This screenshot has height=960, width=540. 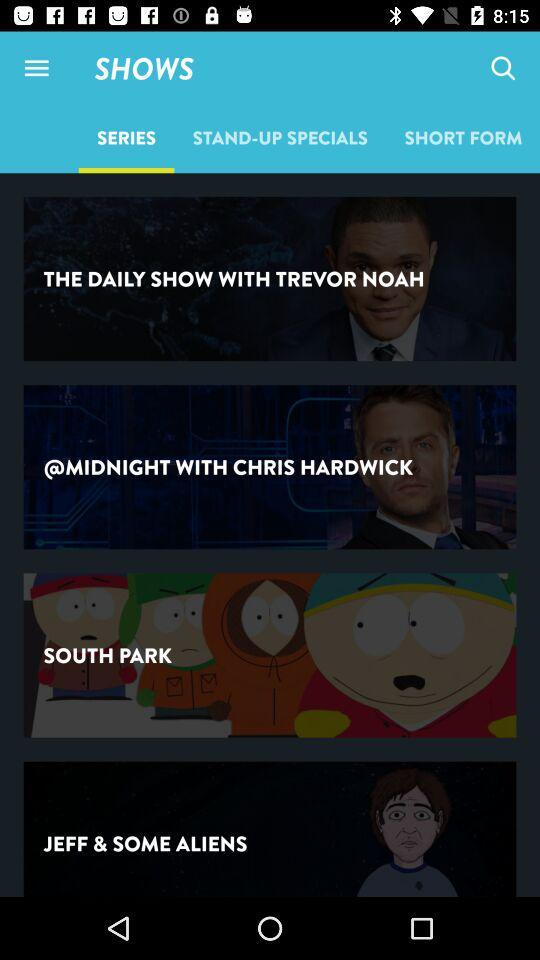 I want to click on the item below the shows, so click(x=279, y=136).